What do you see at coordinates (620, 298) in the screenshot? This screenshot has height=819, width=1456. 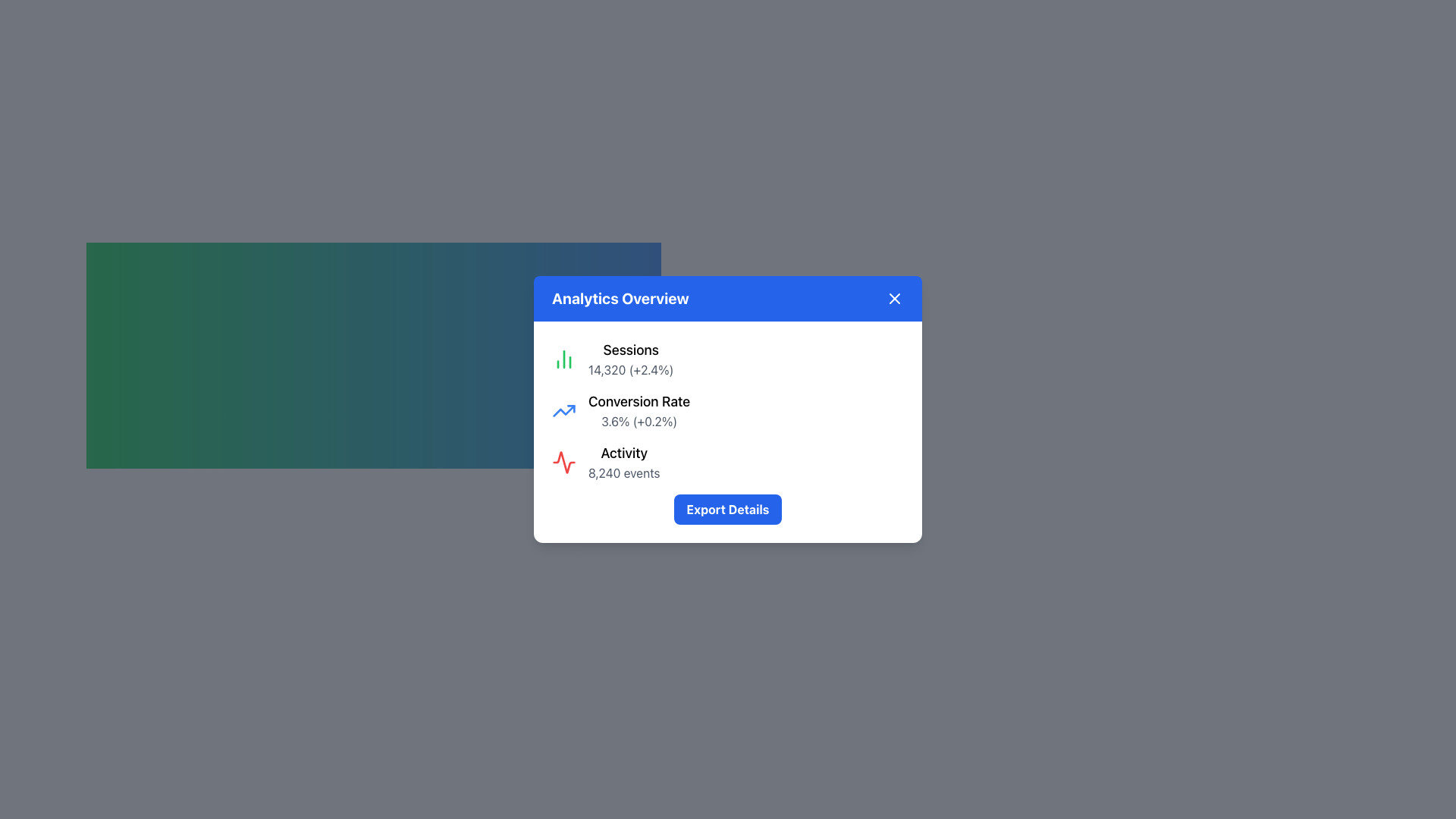 I see `text of the Heading element located at the top-left of the blue header bar in the analytics data display area` at bounding box center [620, 298].